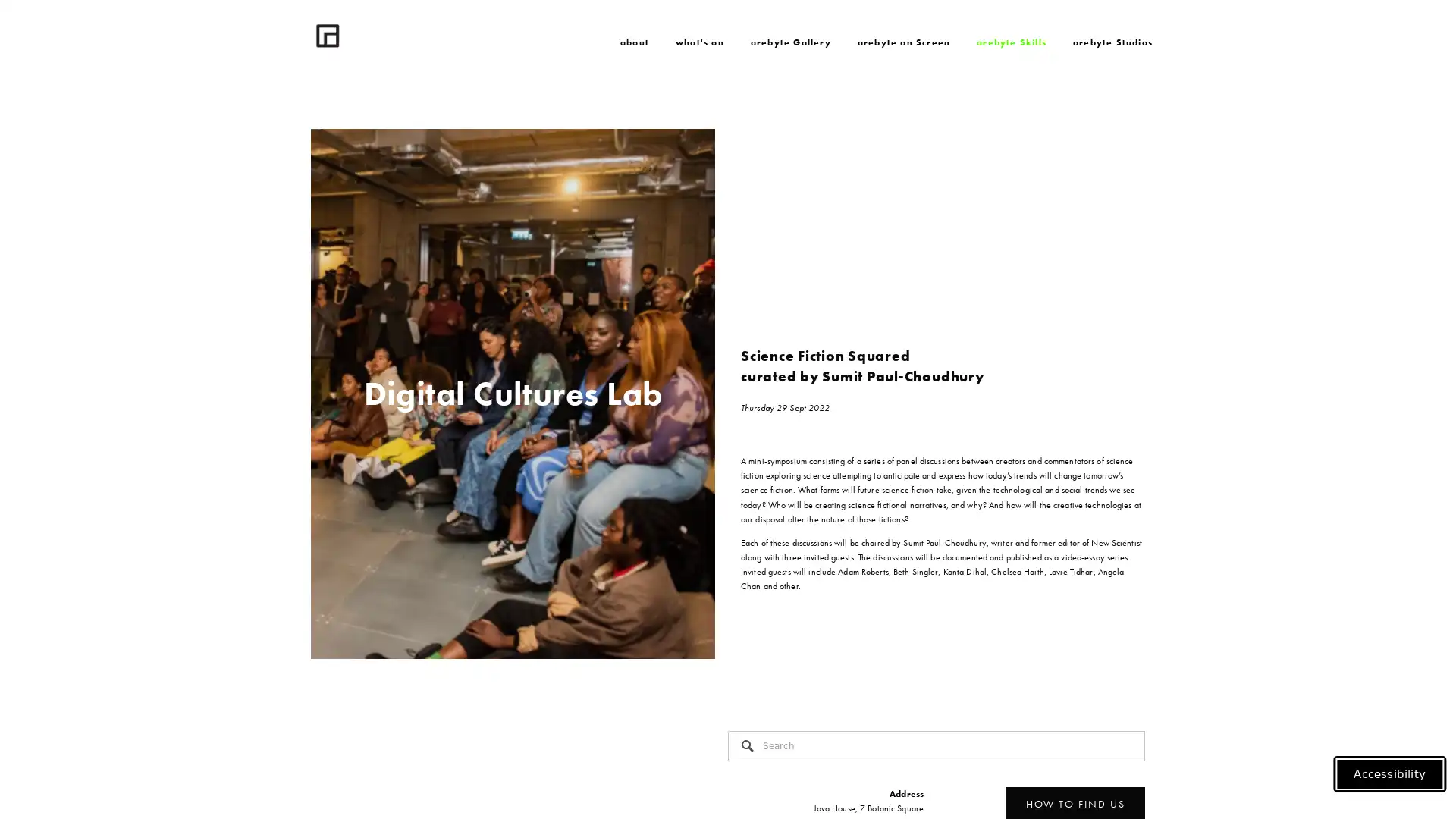 Image resolution: width=1456 pixels, height=819 pixels. Describe the element at coordinates (1390, 775) in the screenshot. I see `Accessibility Menu` at that location.